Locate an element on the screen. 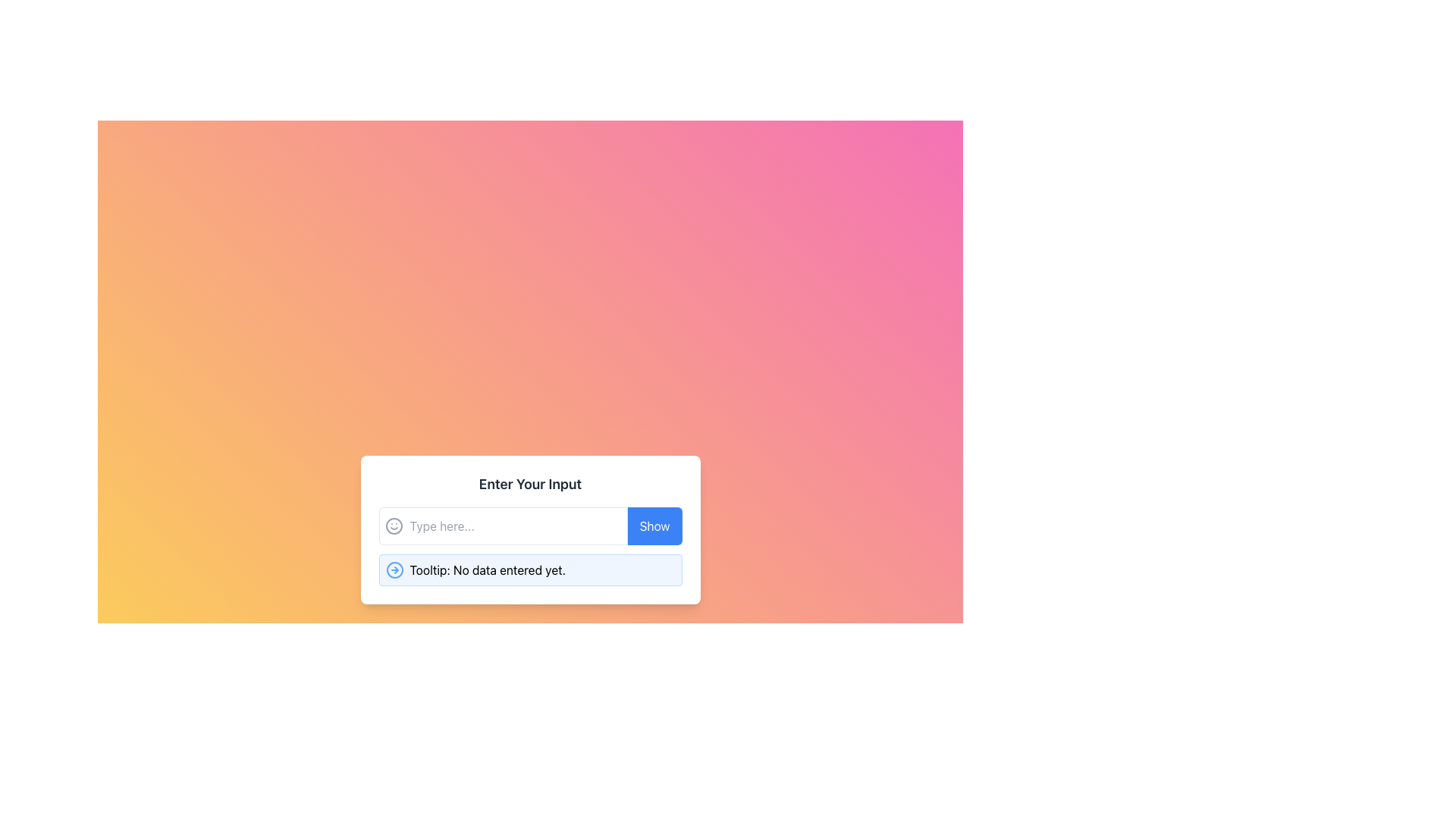 The width and height of the screenshot is (1456, 819). the decorative SVG Circle Element located directly to the left of the input text field labeled 'Type here...' is located at coordinates (394, 526).